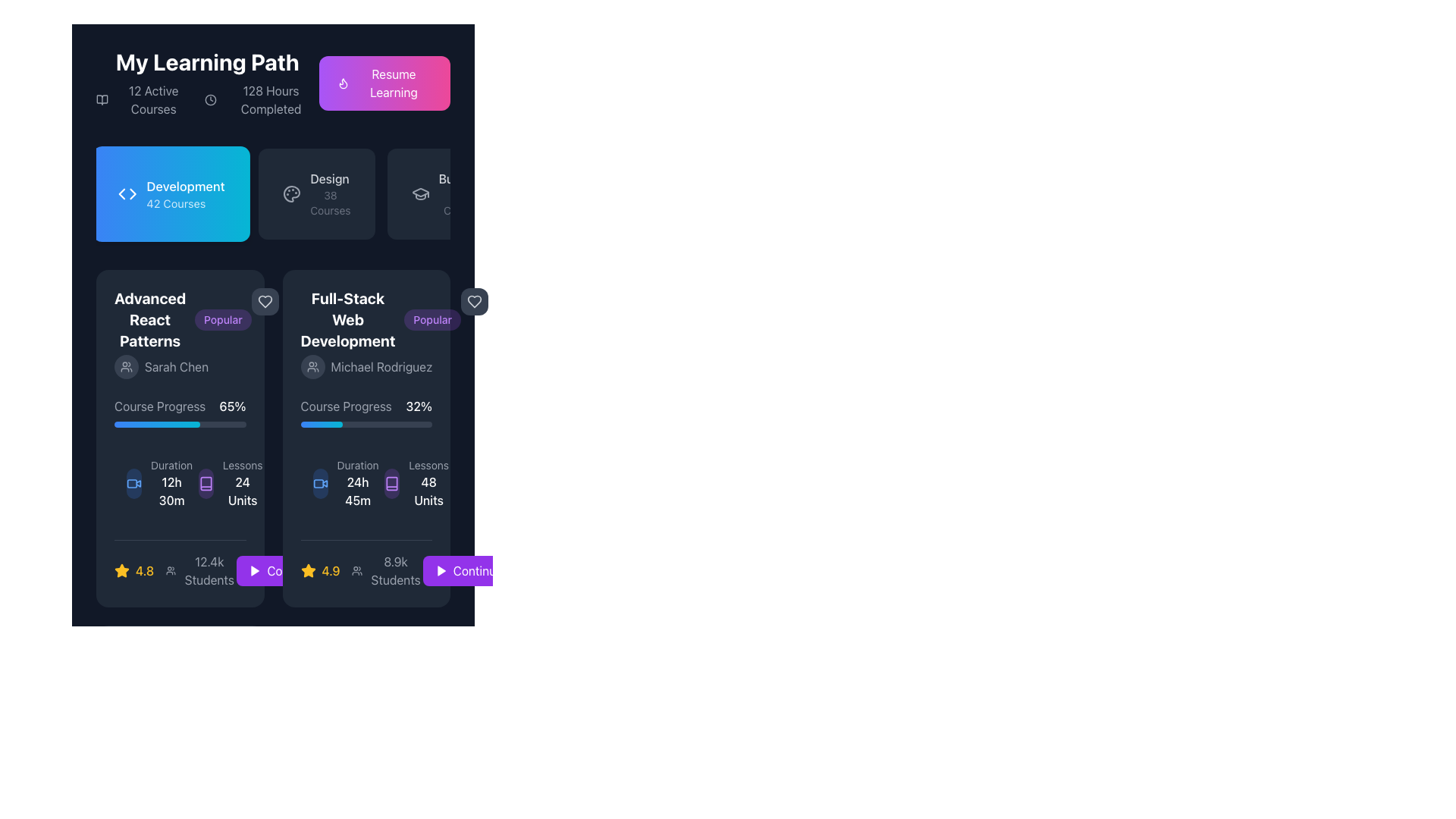  I want to click on the text label displaying 'Lessons' in gray font, located within the 'Full-Stack Web Development' card, above the '48 Units' label, so click(428, 464).